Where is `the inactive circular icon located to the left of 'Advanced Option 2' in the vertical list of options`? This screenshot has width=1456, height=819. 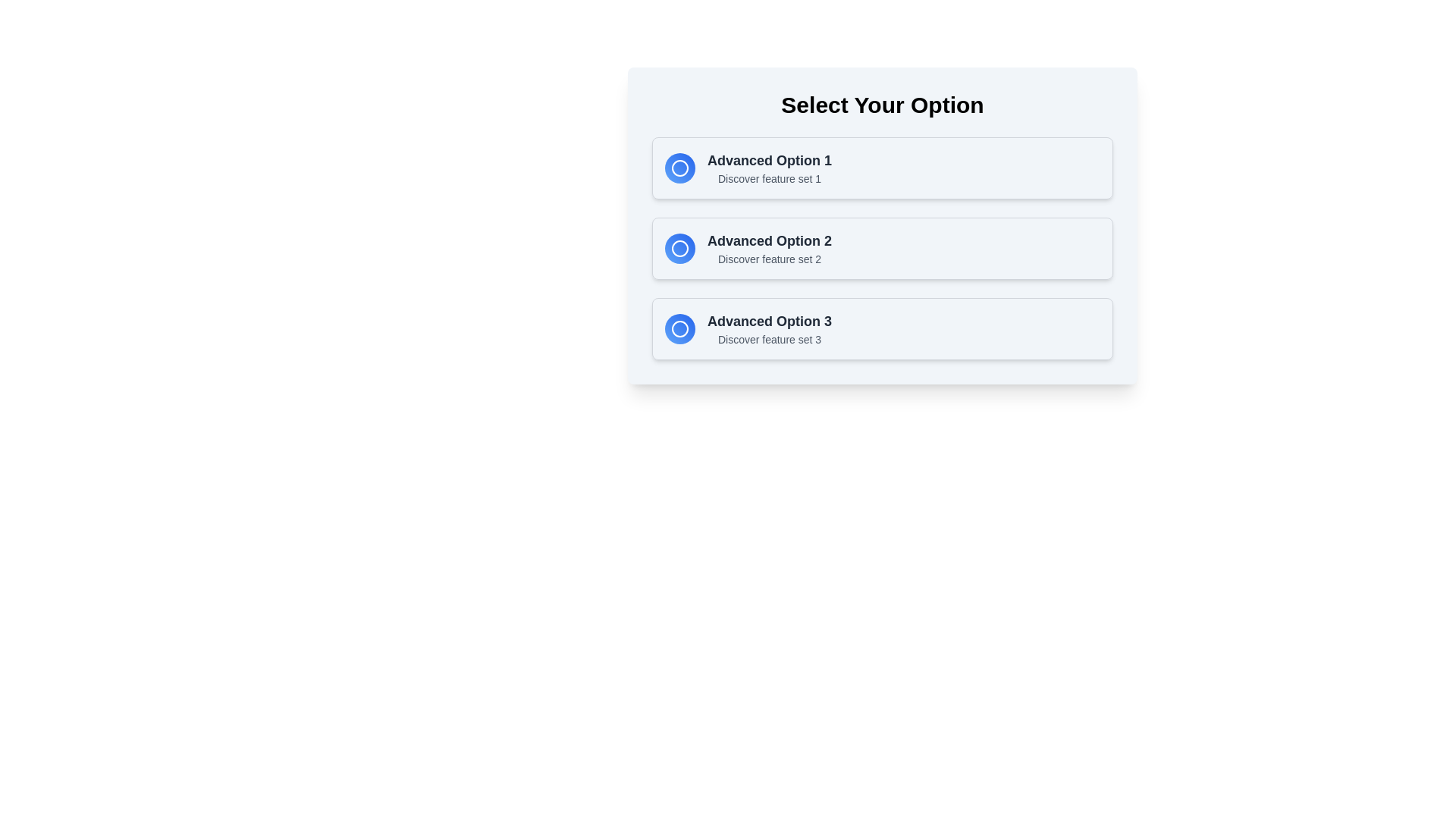 the inactive circular icon located to the left of 'Advanced Option 2' in the vertical list of options is located at coordinates (679, 247).